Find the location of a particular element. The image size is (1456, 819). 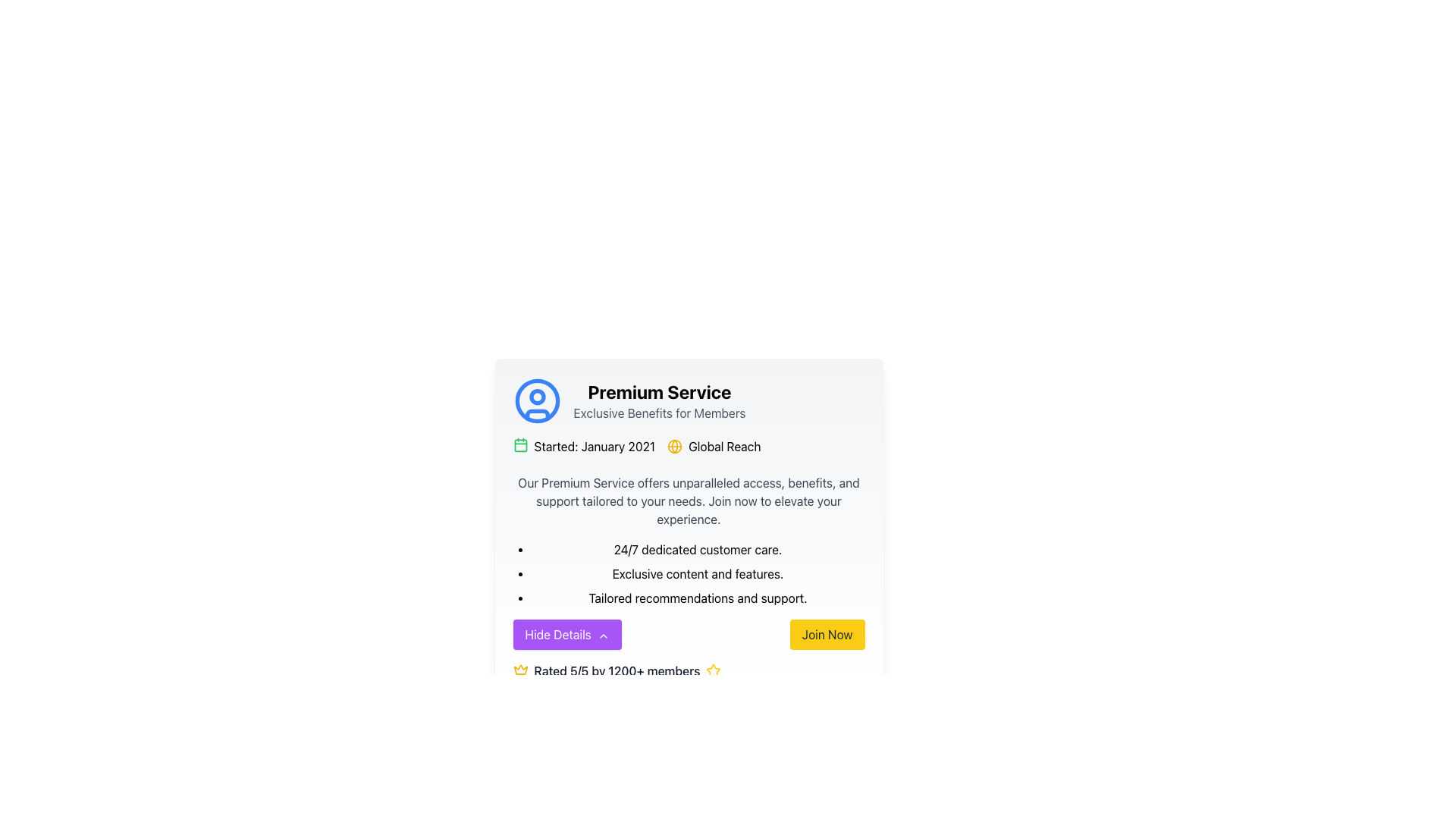

'Premium' text label located at the top of the card's content, which summarizes the service being offered is located at coordinates (659, 391).